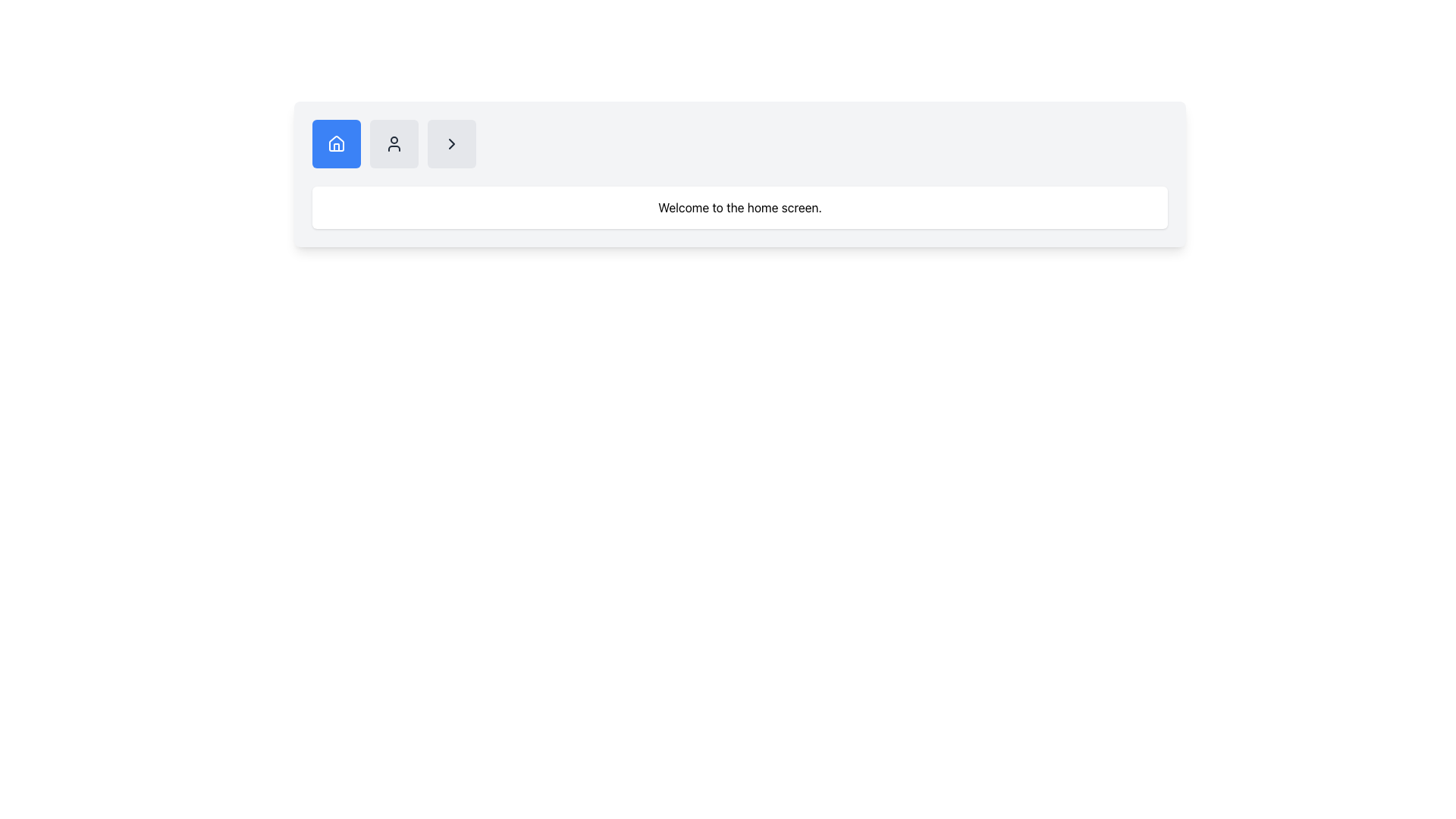 The image size is (1456, 819). Describe the element at coordinates (394, 143) in the screenshot. I see `the user profile icon located between the blue home icon and the forward arrow icon in the horizontal navigation bar` at that location.